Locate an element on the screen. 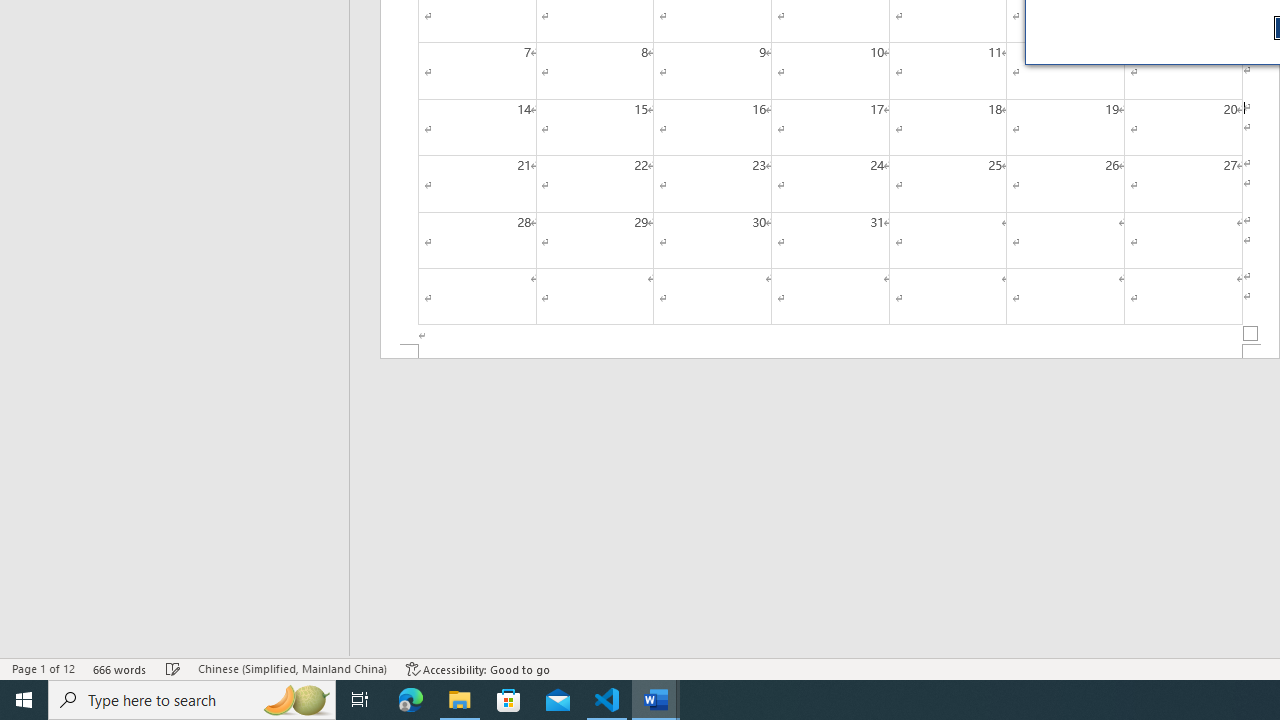  'Microsoft Edge' is located at coordinates (410, 698).